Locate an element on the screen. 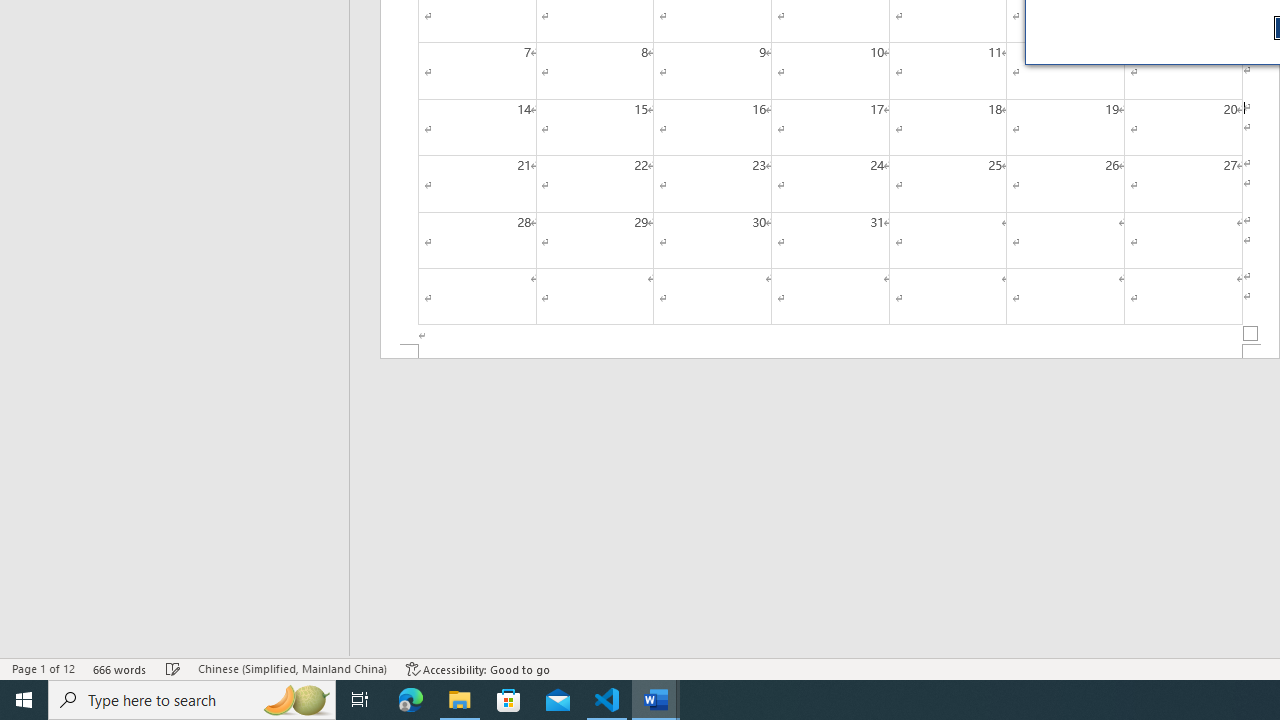  'Microsoft Edge' is located at coordinates (410, 698).